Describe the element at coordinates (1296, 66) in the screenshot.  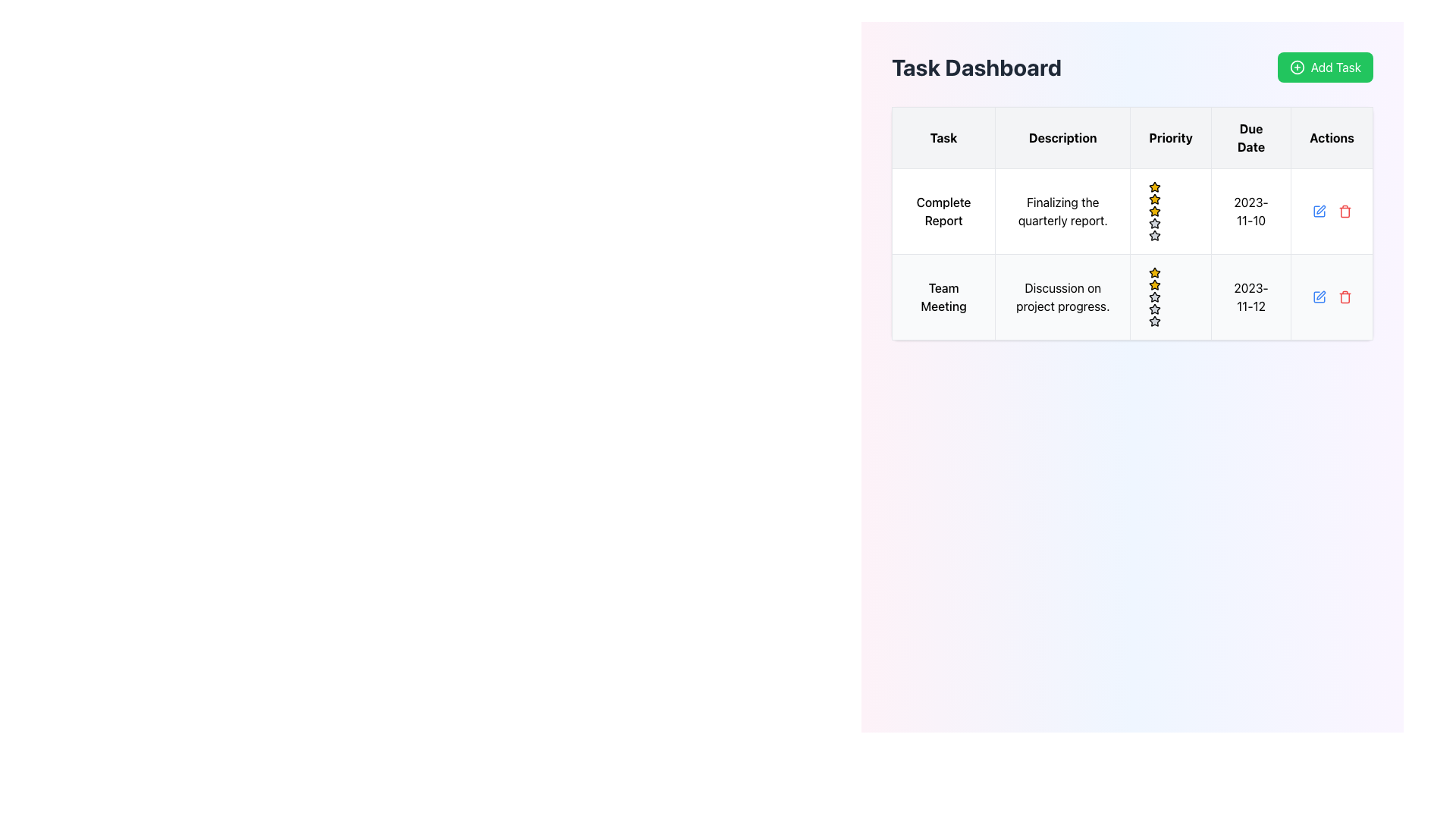
I see `the SVG Circle that forms part of the plus sign icon within the green 'Add Task' button located at the top-right corner of the interface` at that location.